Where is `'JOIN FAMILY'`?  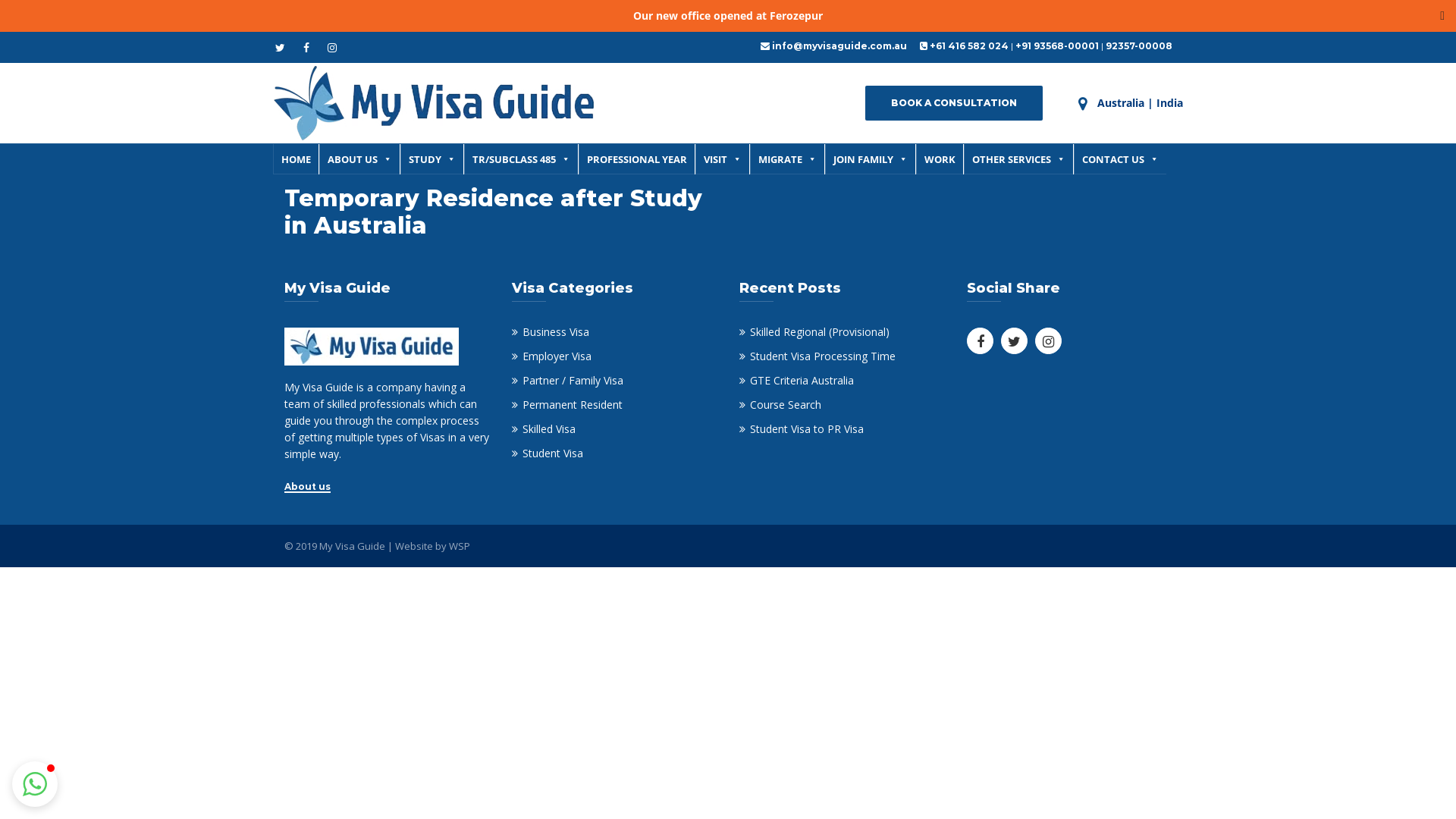
'JOIN FAMILY' is located at coordinates (870, 158).